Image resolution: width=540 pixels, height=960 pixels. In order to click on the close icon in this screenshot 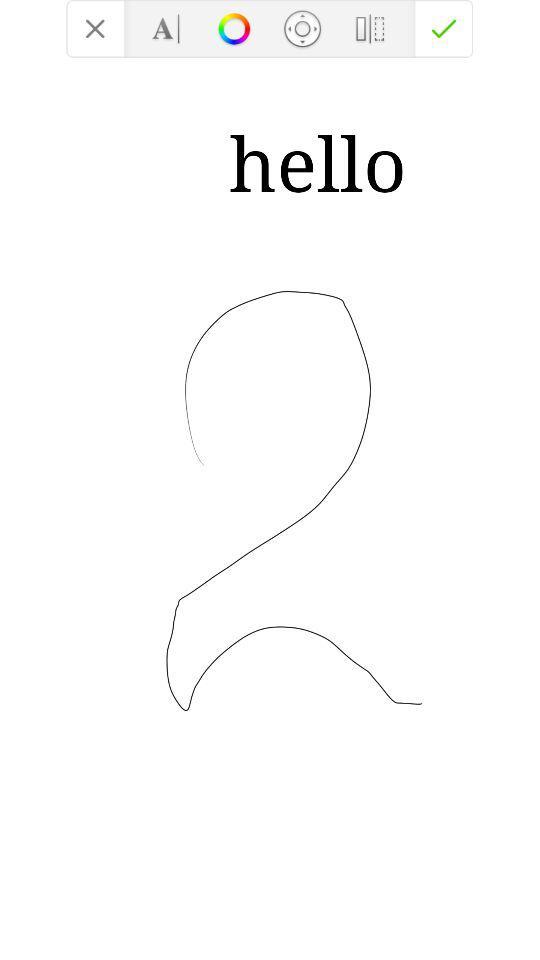, I will do `click(94, 27)`.